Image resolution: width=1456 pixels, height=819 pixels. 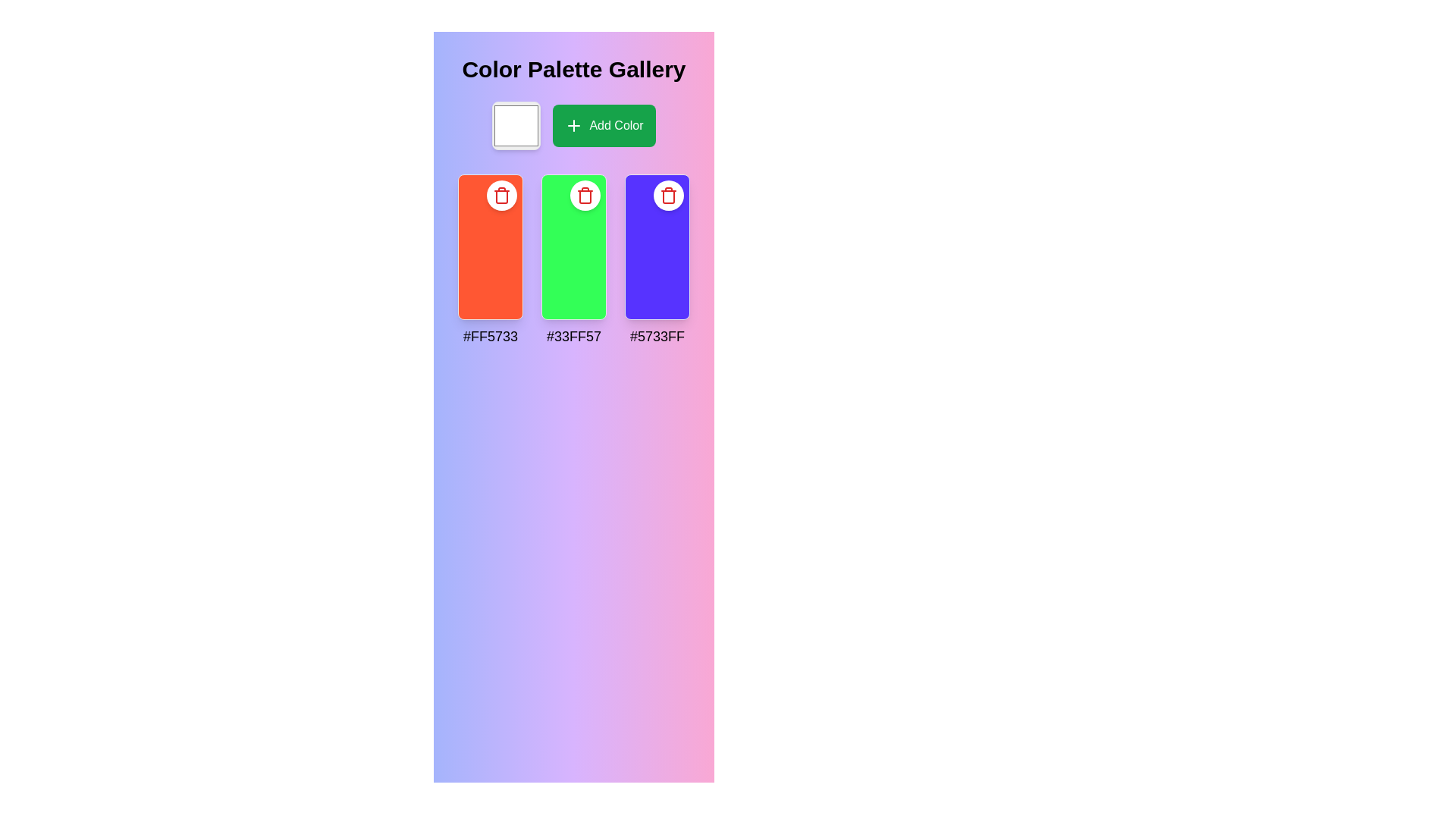 What do you see at coordinates (502, 195) in the screenshot?
I see `the delete button located in the top-right corner of the color tile with the background color #FF5733` at bounding box center [502, 195].